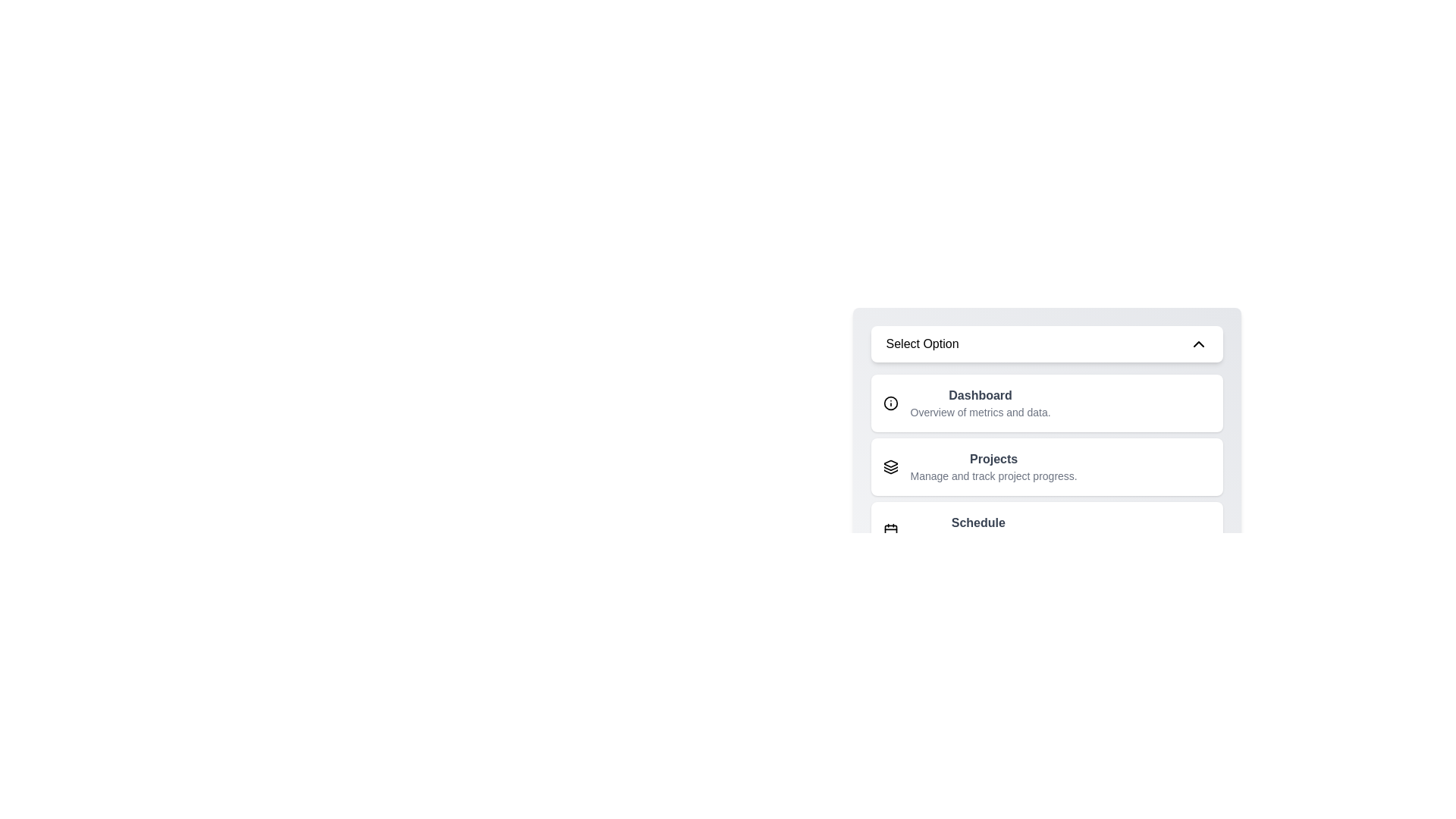  Describe the element at coordinates (1046, 529) in the screenshot. I see `the option Schedule from the dropdown menu` at that location.